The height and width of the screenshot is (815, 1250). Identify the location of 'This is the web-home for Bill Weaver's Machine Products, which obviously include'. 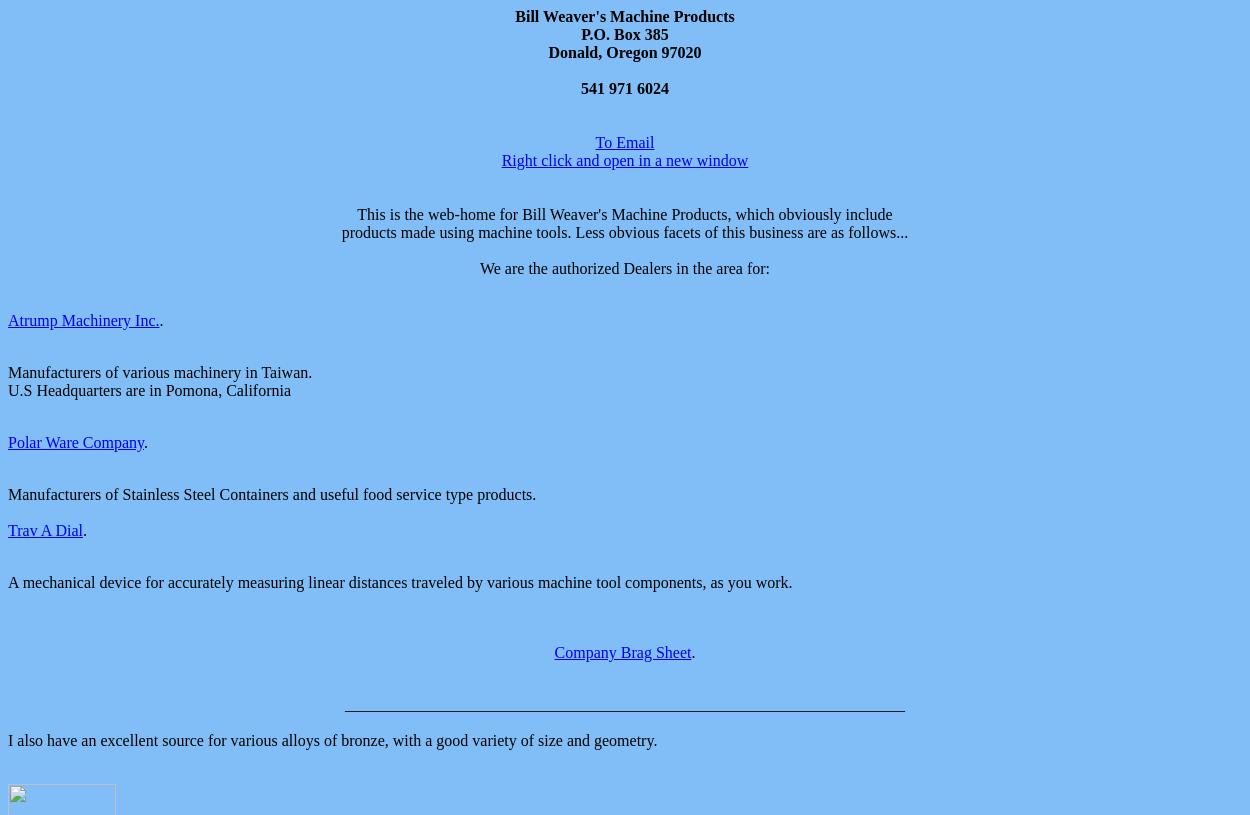
(623, 214).